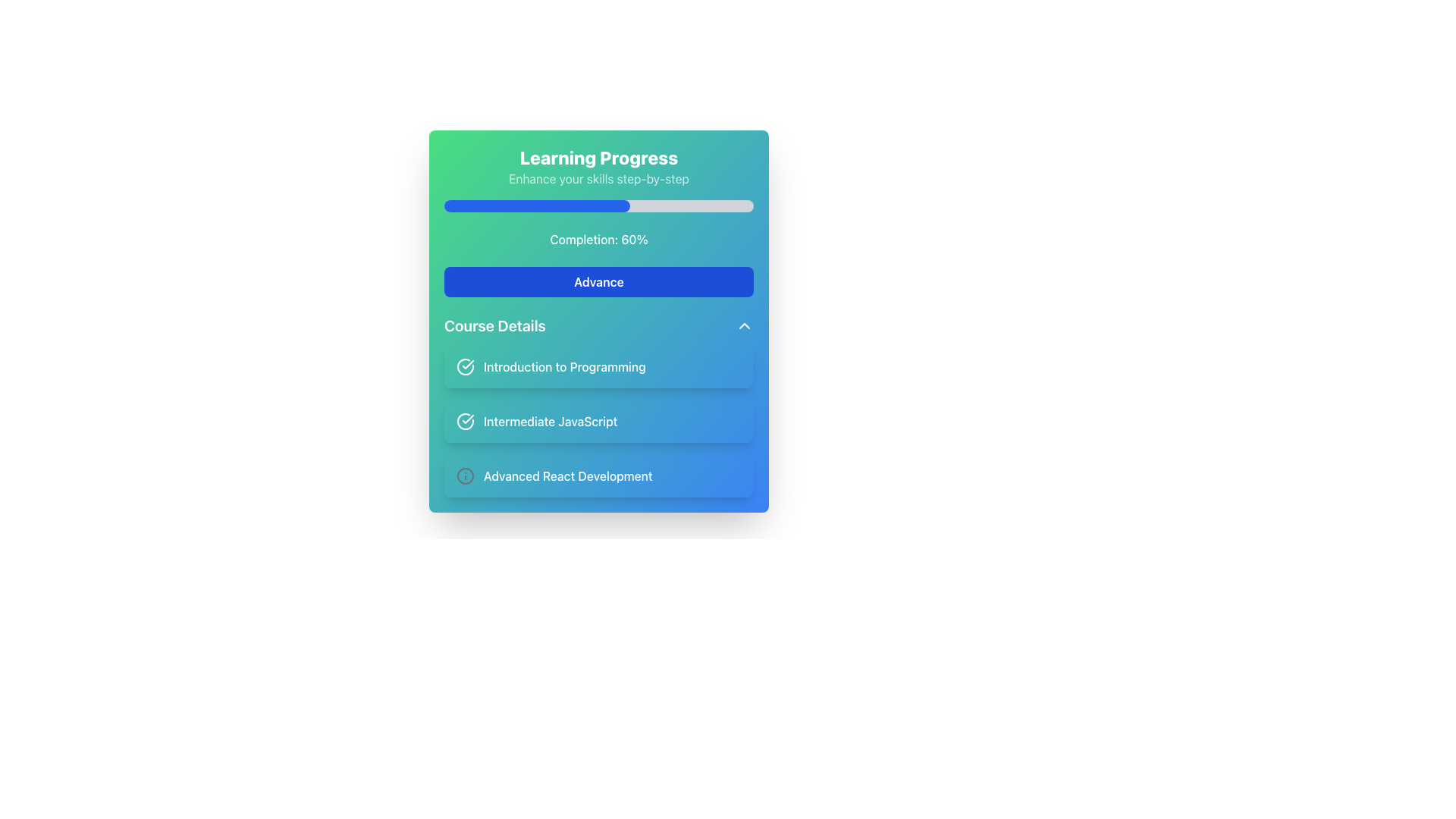 This screenshot has height=819, width=1456. Describe the element at coordinates (598, 281) in the screenshot. I see `the interactive button located below the completion progress bar and above the 'Course Details' section to proceed to the next step` at that location.